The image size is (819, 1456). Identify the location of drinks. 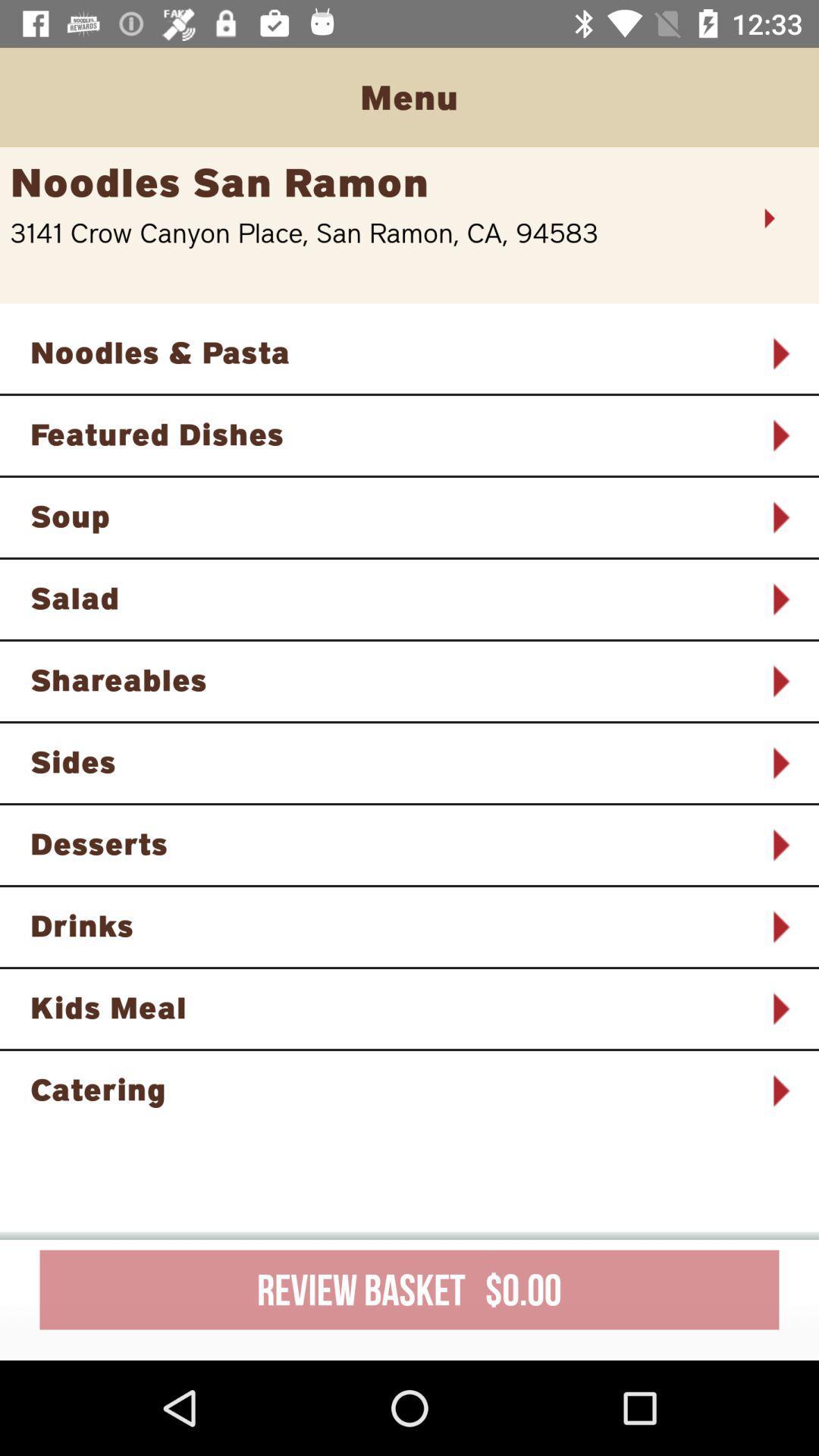
(389, 924).